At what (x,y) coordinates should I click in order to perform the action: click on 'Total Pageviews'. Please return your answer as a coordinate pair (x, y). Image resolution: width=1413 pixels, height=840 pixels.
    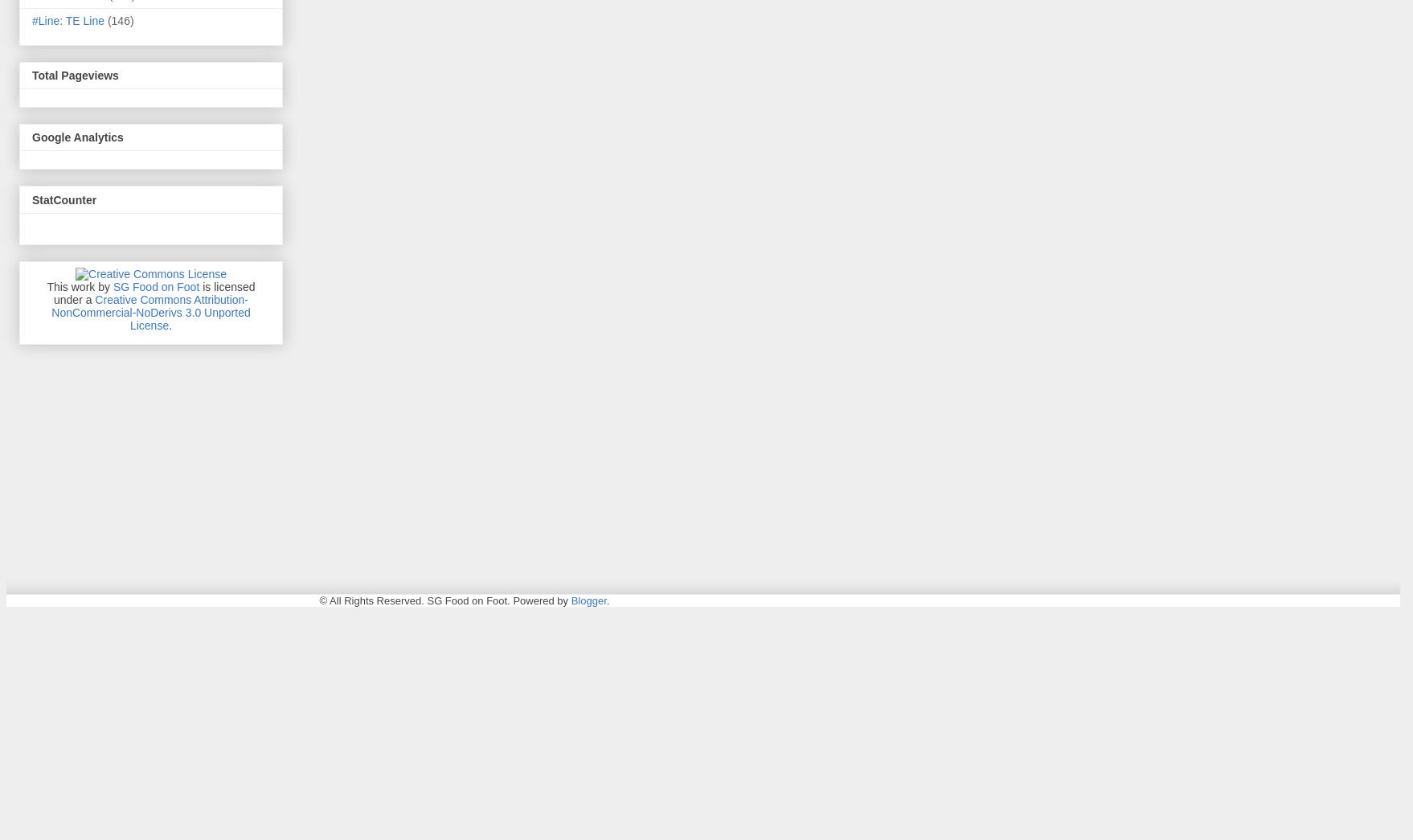
    Looking at the image, I should click on (75, 75).